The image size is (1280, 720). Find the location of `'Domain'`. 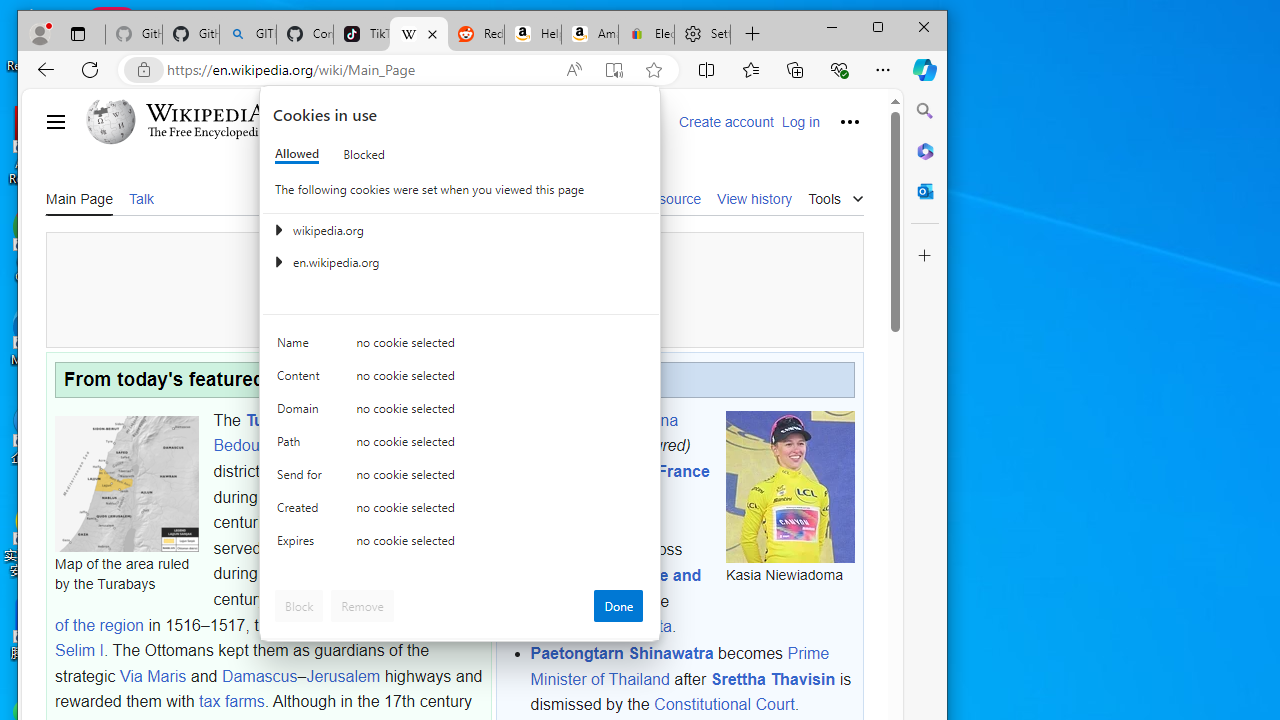

'Domain' is located at coordinates (301, 412).